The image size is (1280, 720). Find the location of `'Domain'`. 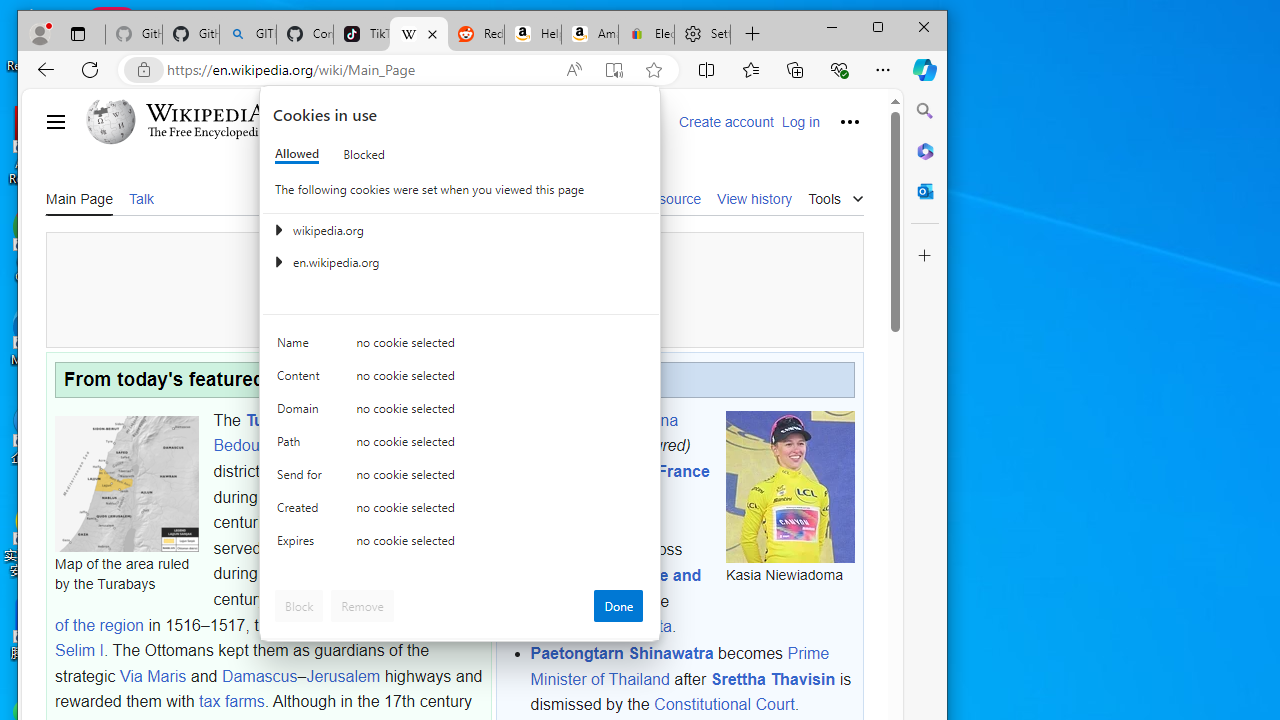

'Domain' is located at coordinates (301, 412).